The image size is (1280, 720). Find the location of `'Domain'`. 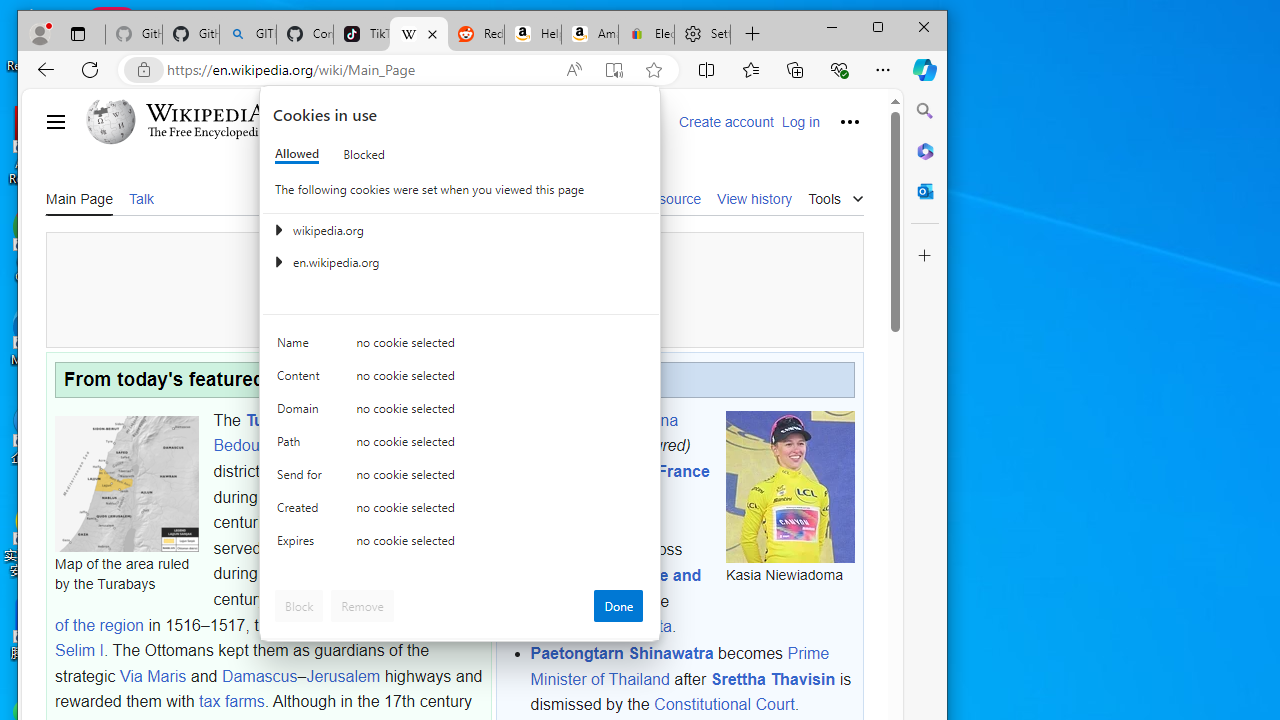

'Domain' is located at coordinates (301, 412).